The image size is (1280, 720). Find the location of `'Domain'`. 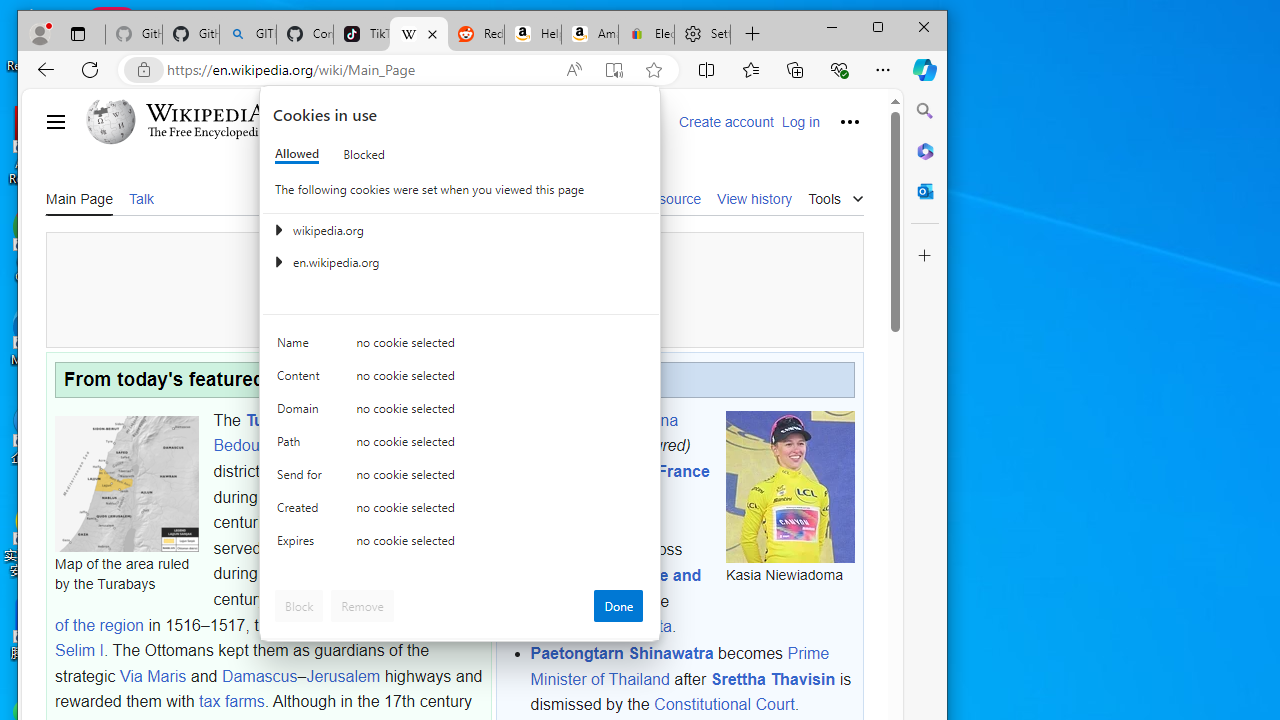

'Domain' is located at coordinates (301, 412).